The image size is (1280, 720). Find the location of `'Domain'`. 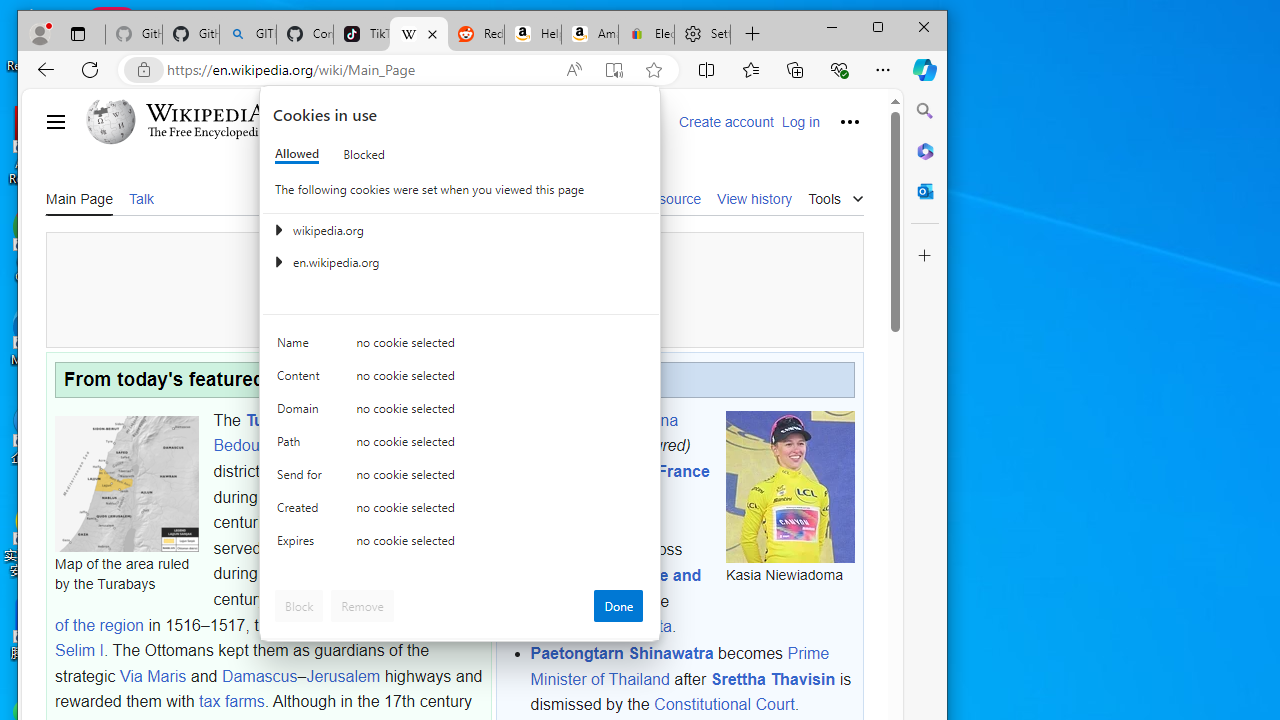

'Domain' is located at coordinates (301, 412).